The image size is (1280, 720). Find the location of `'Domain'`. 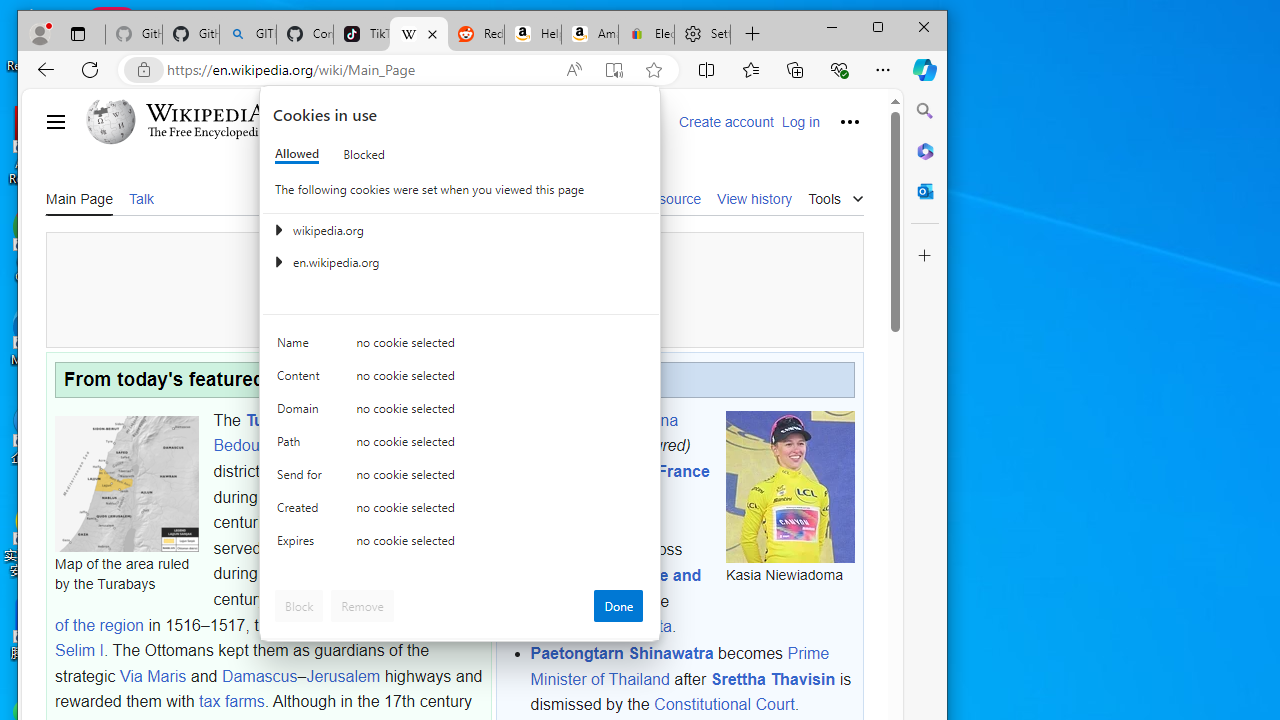

'Domain' is located at coordinates (301, 412).